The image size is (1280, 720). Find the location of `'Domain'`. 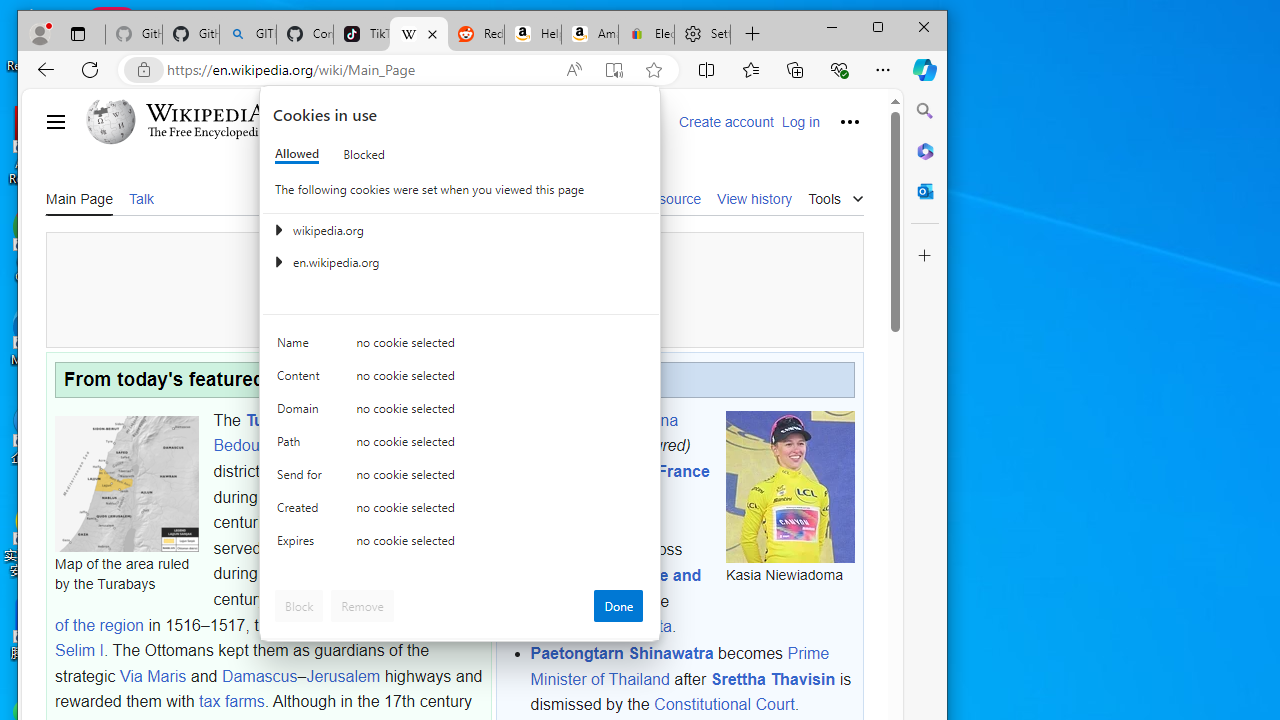

'Domain' is located at coordinates (301, 412).